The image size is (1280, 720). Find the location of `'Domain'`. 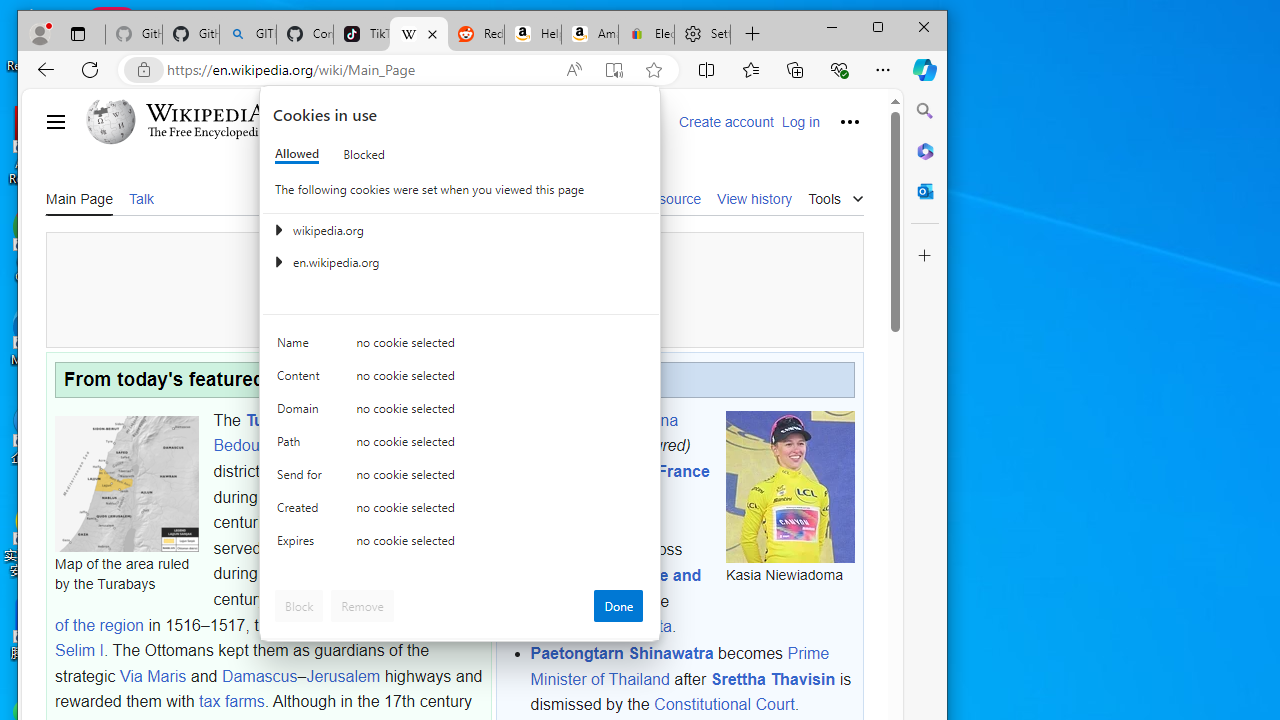

'Domain' is located at coordinates (301, 412).